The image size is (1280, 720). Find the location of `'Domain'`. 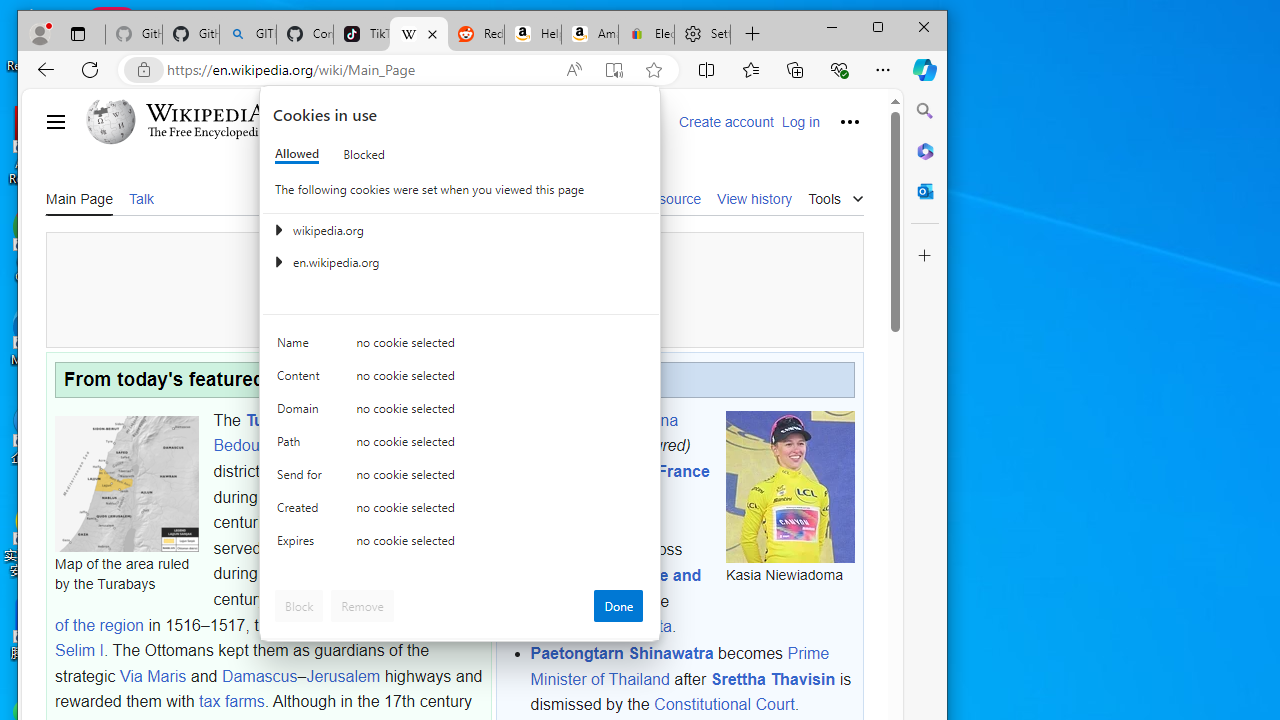

'Domain' is located at coordinates (301, 412).